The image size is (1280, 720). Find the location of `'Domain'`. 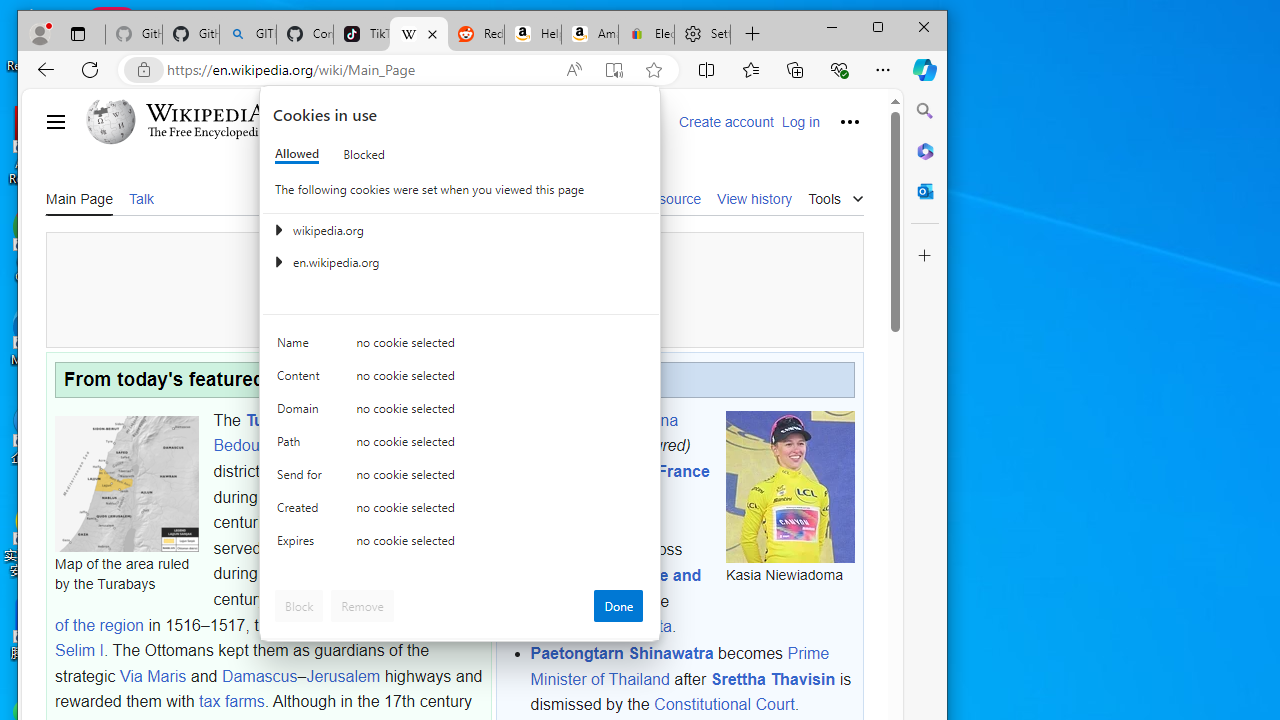

'Domain' is located at coordinates (301, 412).